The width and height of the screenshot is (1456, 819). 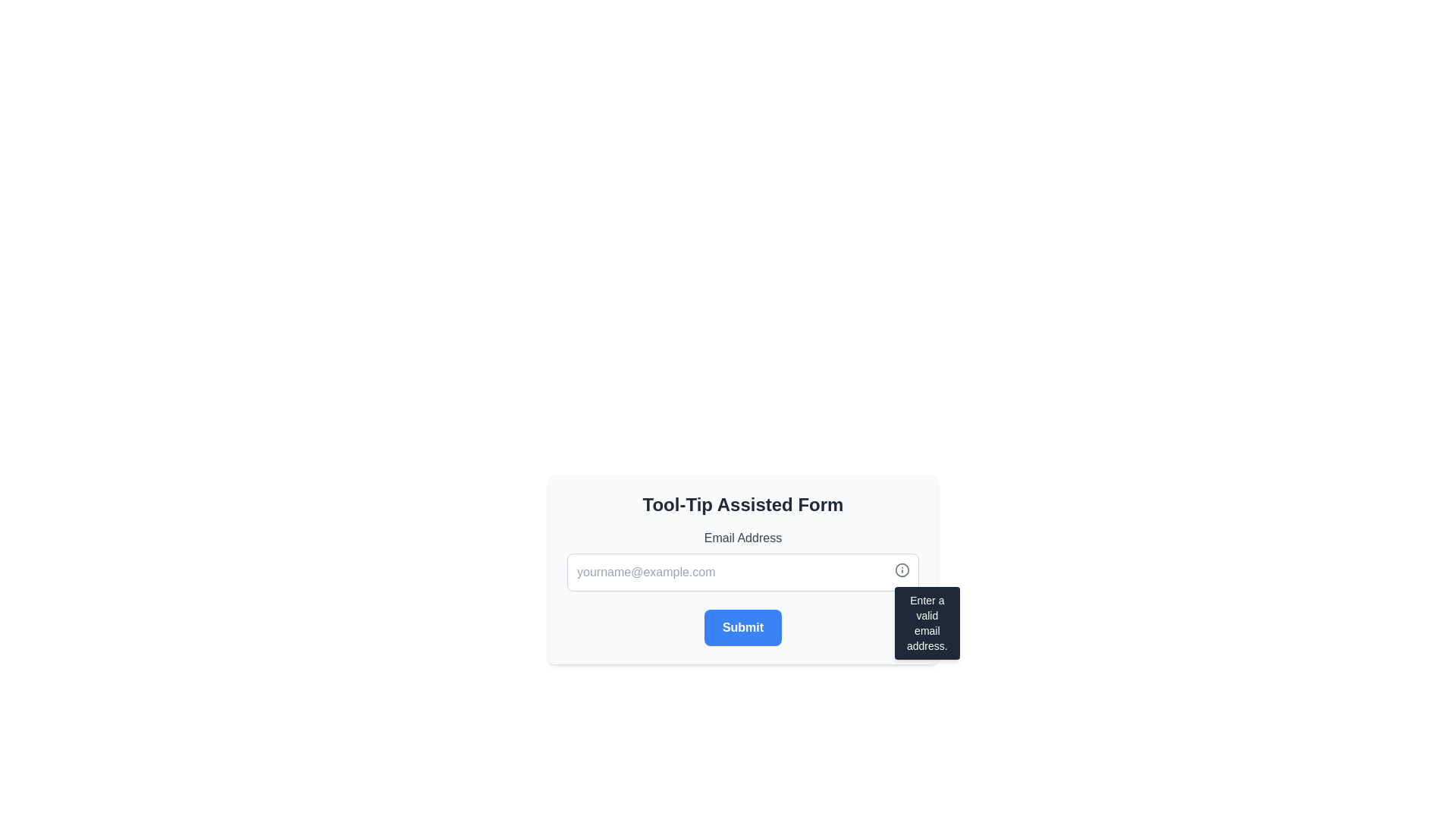 I want to click on the Text label that indicates the purpose of the email input field, which is centered horizontally above the corresponding input area, so click(x=742, y=537).